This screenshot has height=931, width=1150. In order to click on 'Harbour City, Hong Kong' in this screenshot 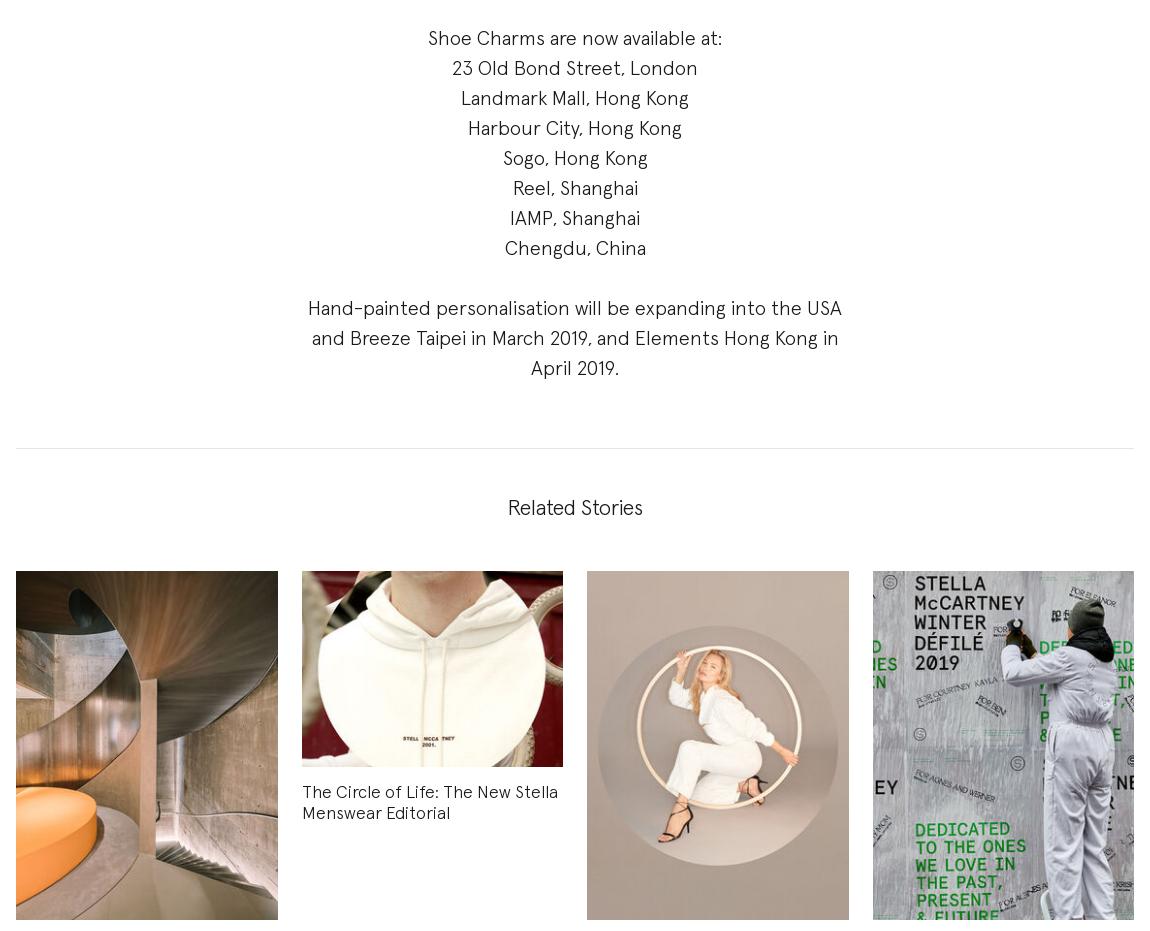, I will do `click(575, 129)`.